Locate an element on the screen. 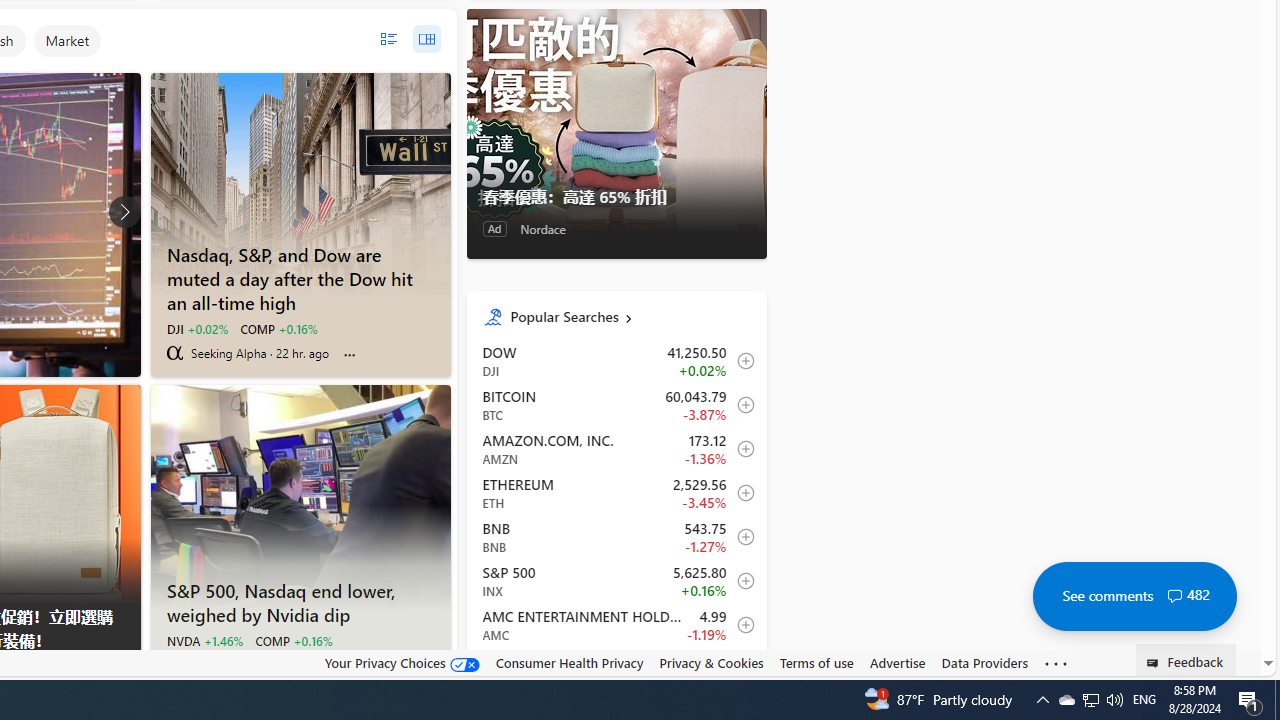  'Your Privacy Choices' is located at coordinates (400, 663).